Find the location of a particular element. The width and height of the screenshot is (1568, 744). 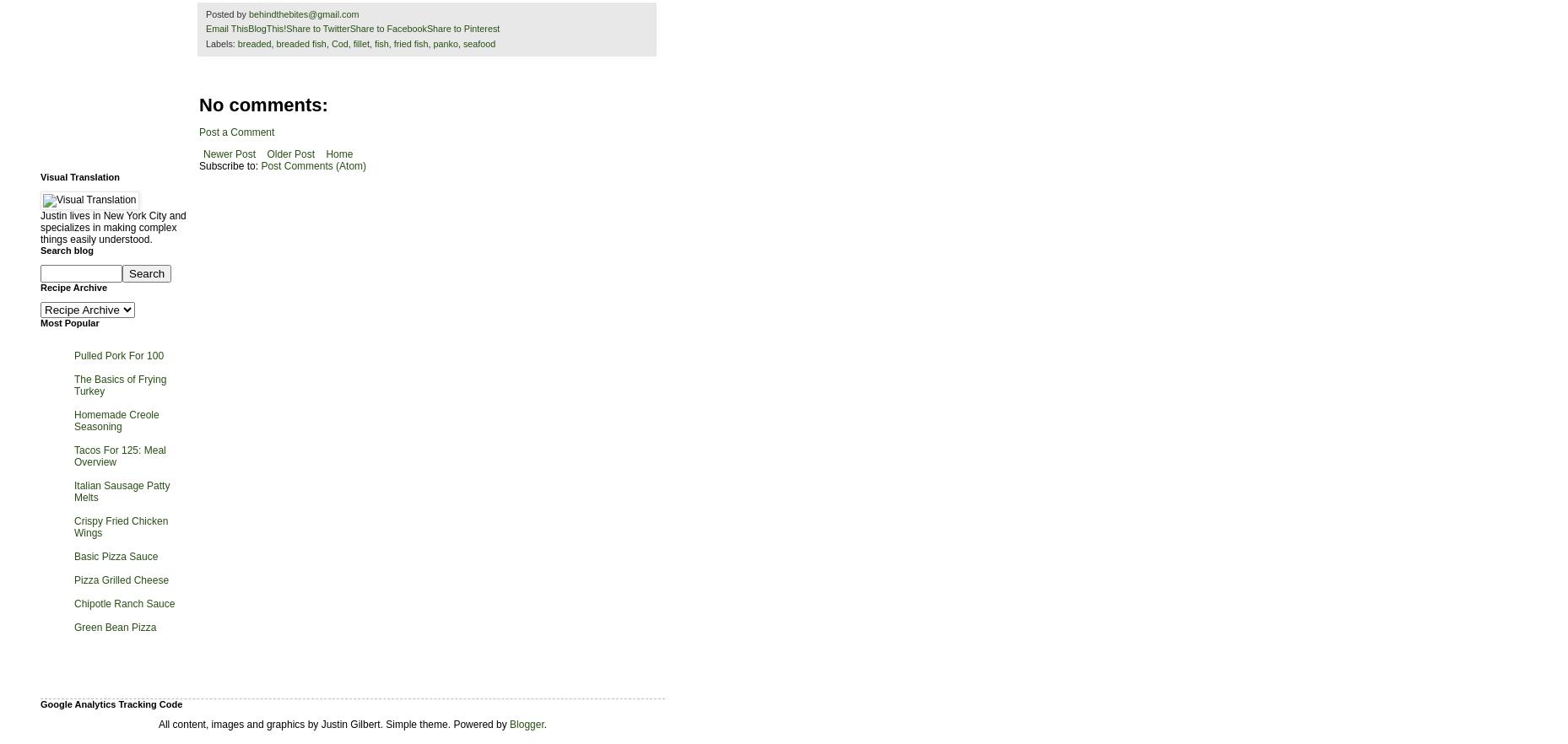

'Newer Post' is located at coordinates (229, 152).